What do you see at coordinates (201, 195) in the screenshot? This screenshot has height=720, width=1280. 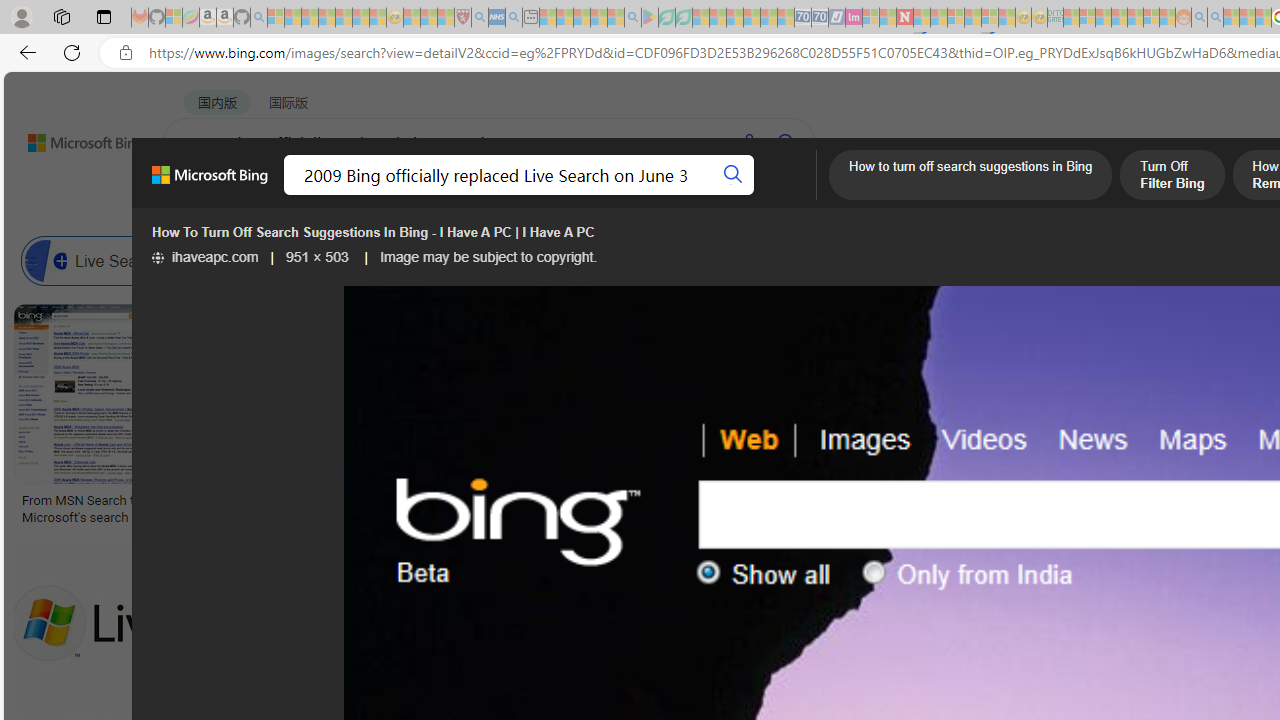 I see `'WEB'` at bounding box center [201, 195].